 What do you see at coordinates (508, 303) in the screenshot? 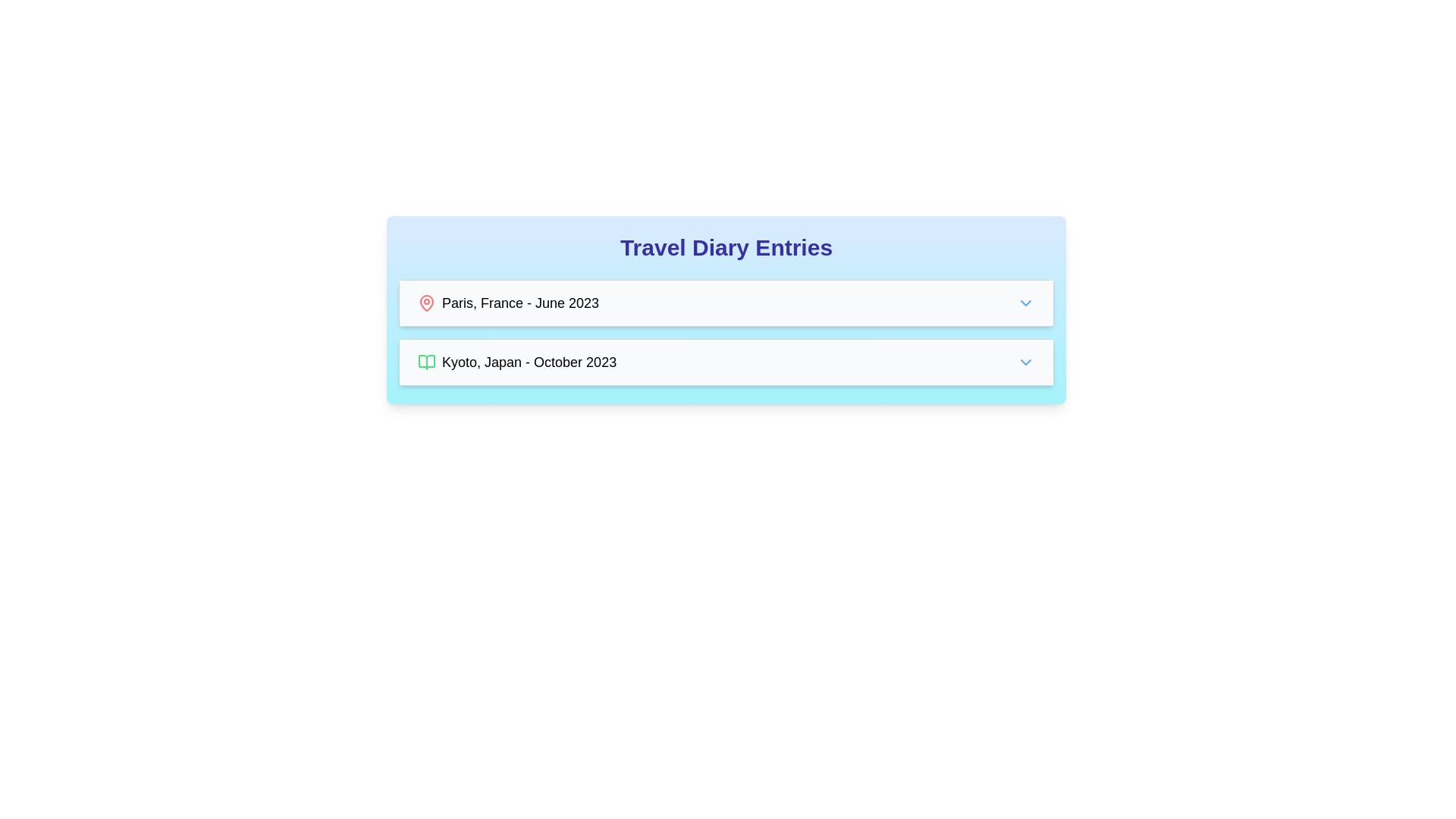
I see `the text entry stating 'Paris, France - June 2023' with an associated red location pin icon` at bounding box center [508, 303].